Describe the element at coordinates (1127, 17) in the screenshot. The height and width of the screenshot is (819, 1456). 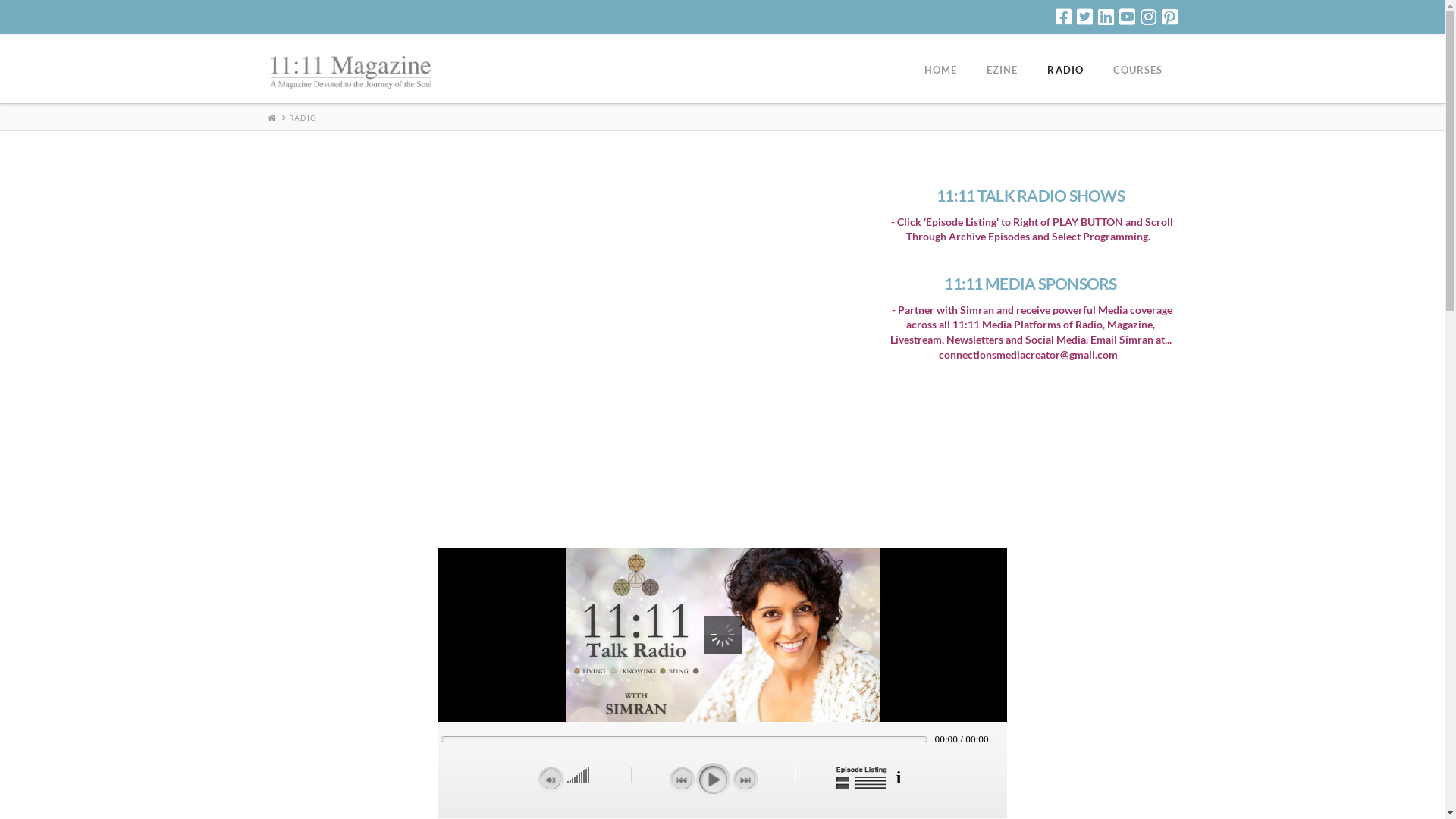
I see `'YouTube'` at that location.